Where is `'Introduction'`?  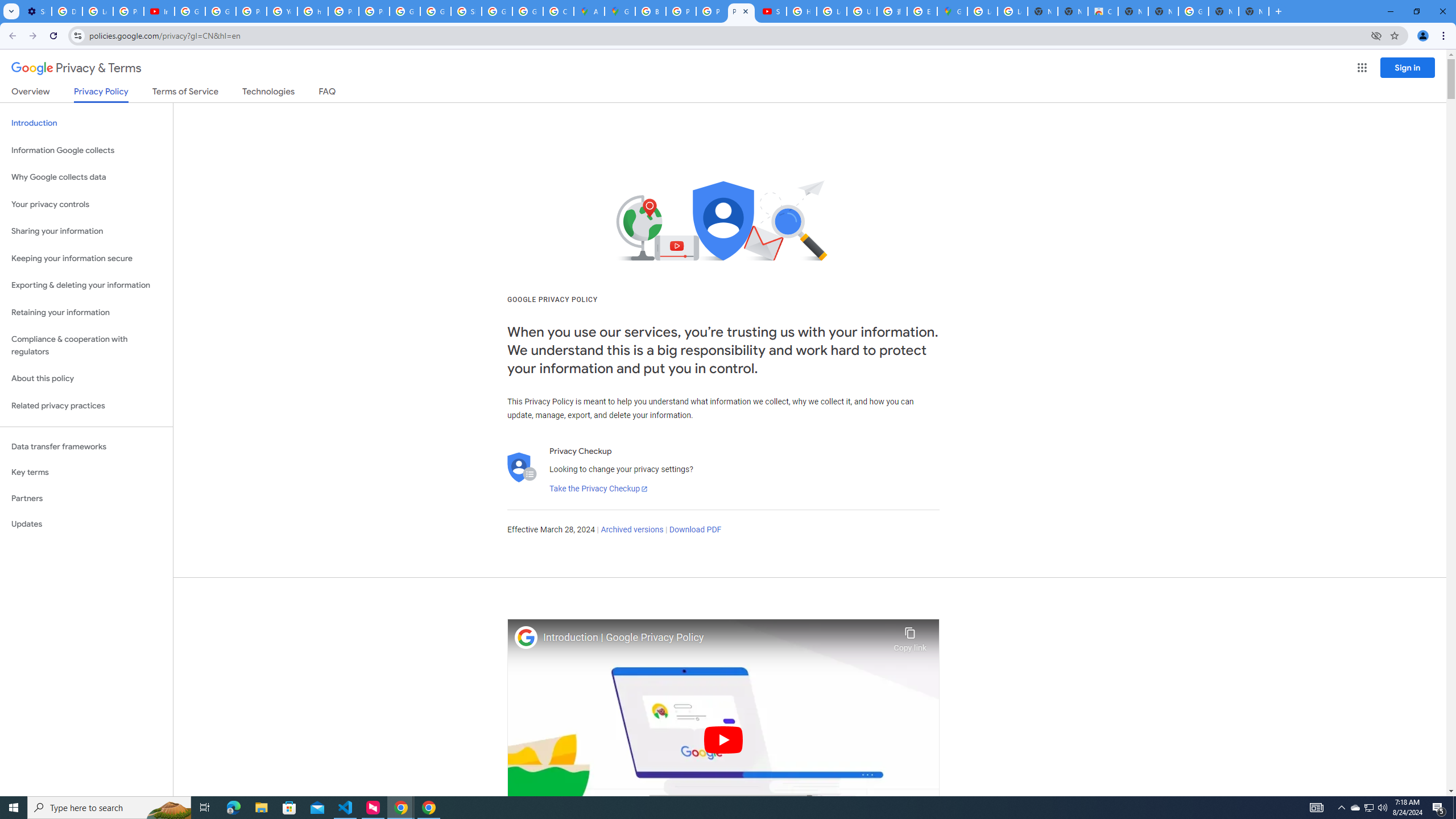
'Introduction' is located at coordinates (86, 122).